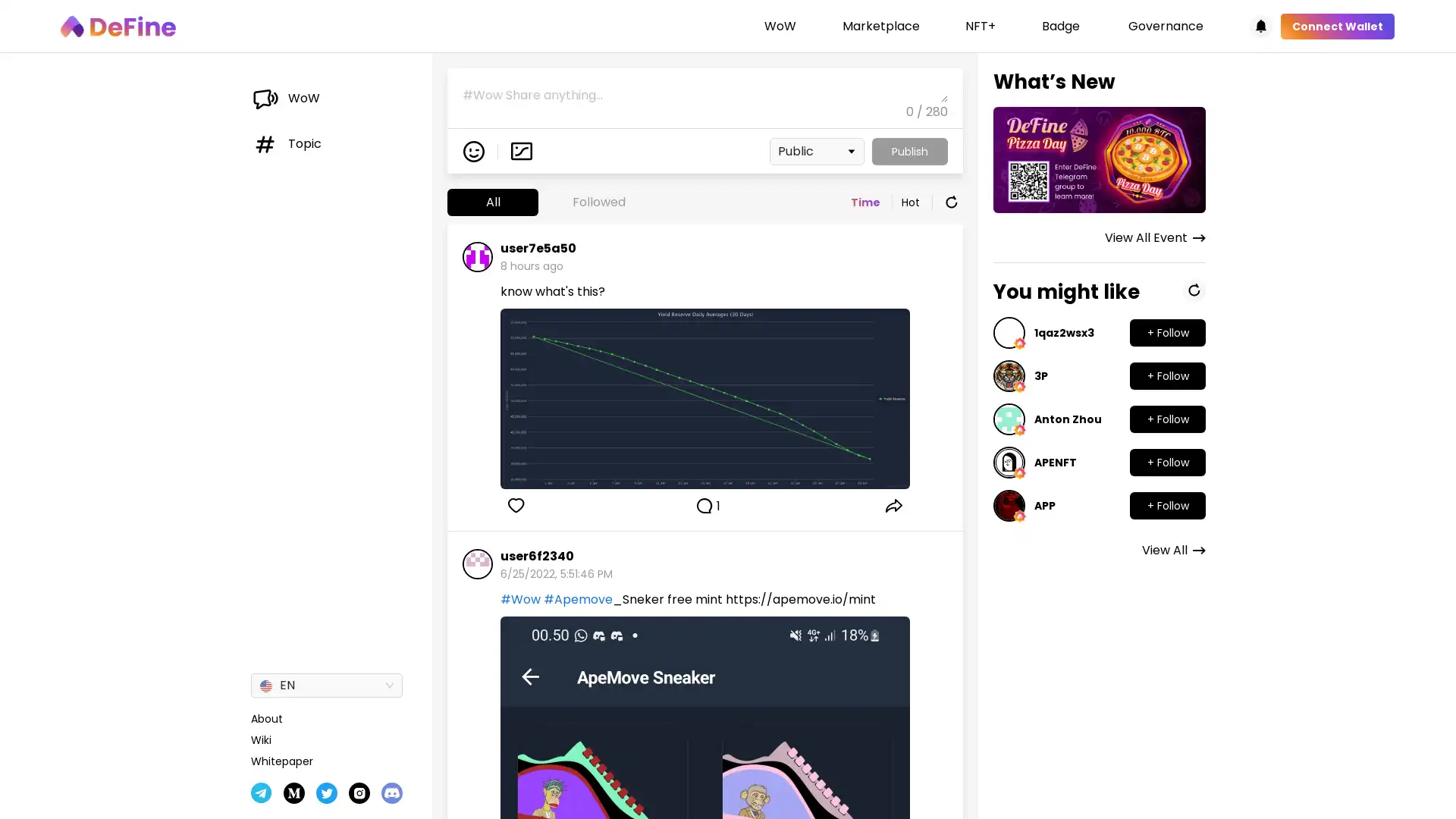 The width and height of the screenshot is (1456, 819). What do you see at coordinates (1167, 461) in the screenshot?
I see `+ Follow` at bounding box center [1167, 461].